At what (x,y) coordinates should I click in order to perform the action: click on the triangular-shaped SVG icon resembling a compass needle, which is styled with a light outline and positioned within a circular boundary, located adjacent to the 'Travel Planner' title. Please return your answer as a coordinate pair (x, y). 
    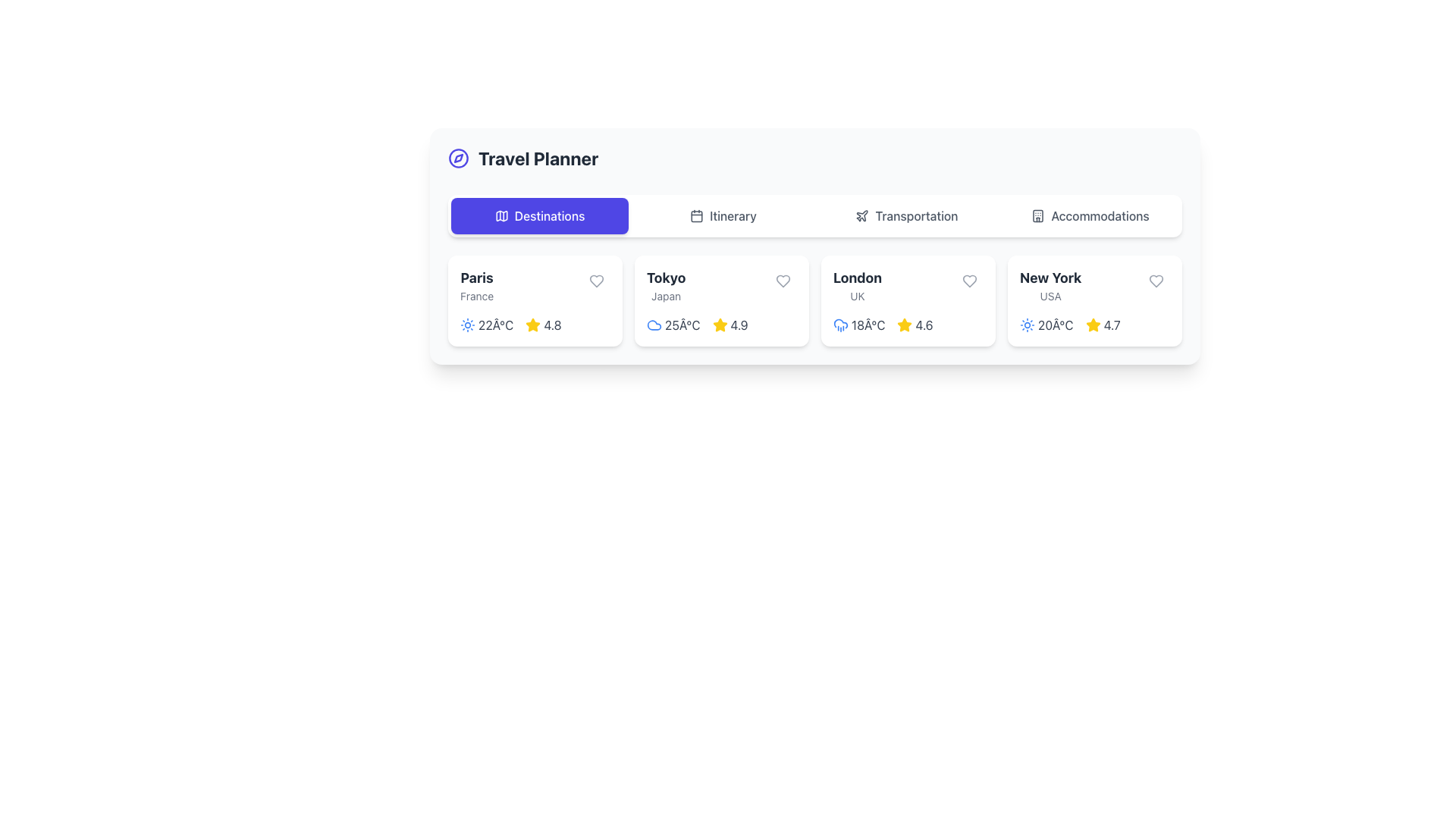
    Looking at the image, I should click on (457, 158).